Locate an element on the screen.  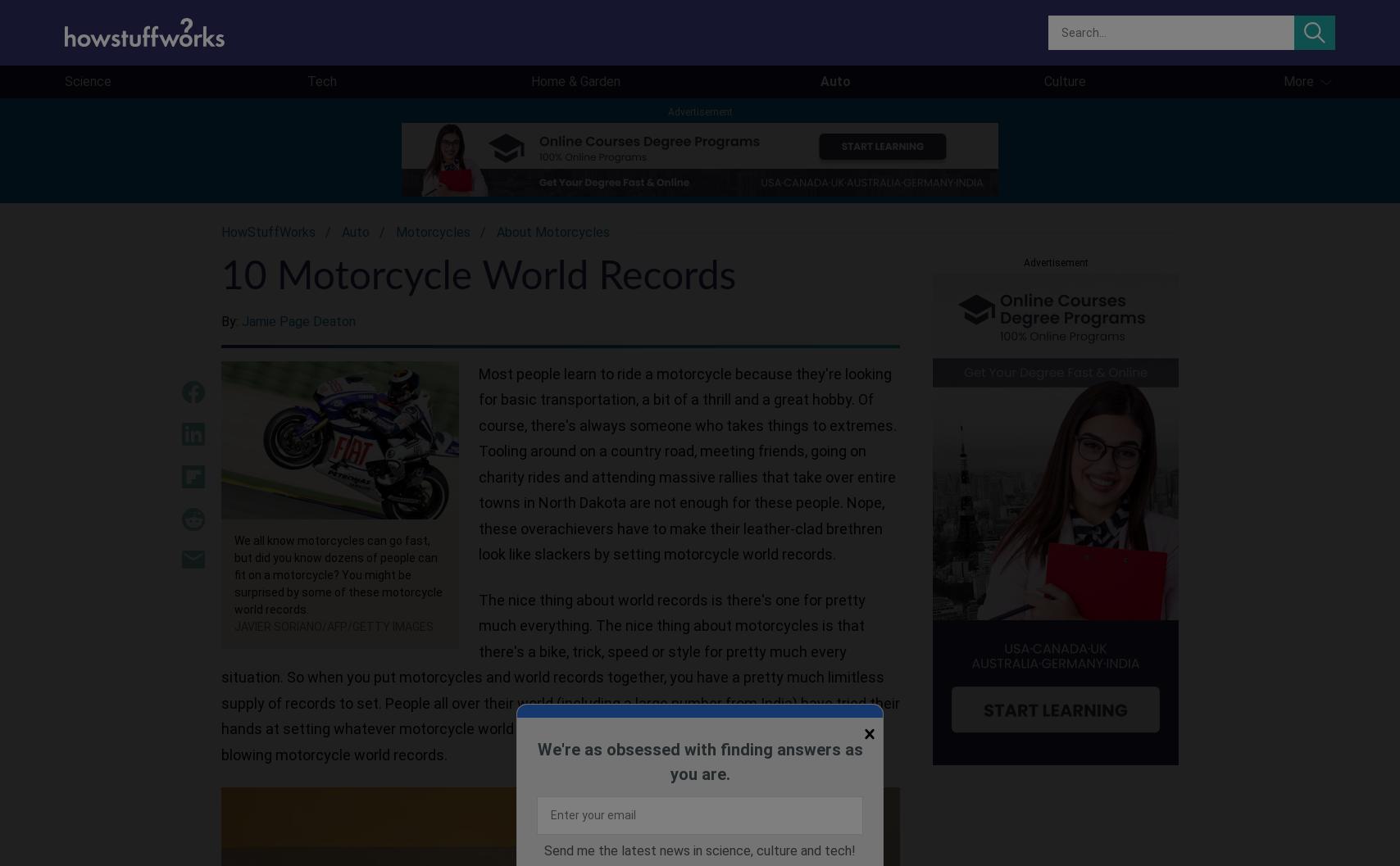
'JAVIER SORIANO/AFP/Getty Images' is located at coordinates (234, 625).